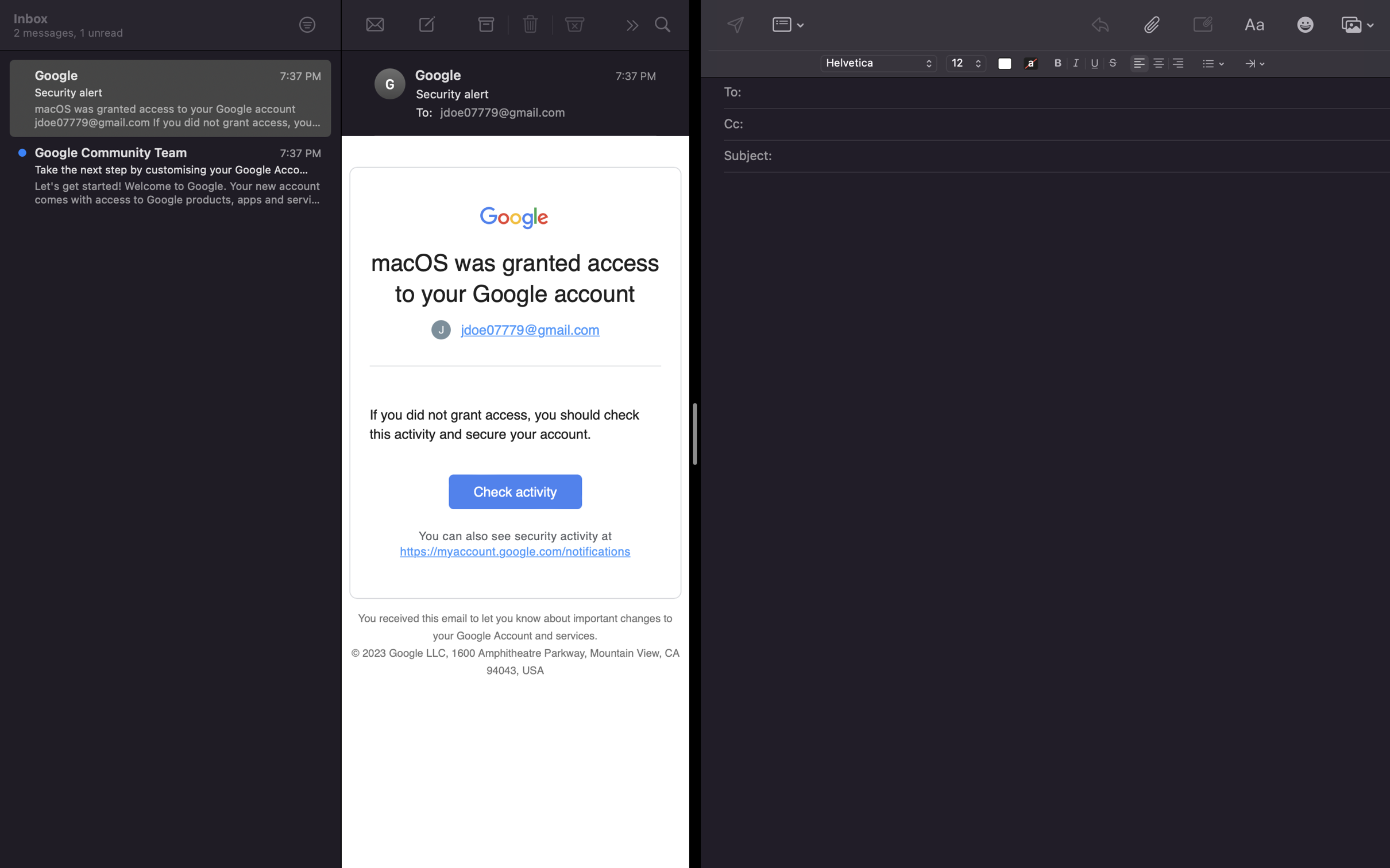  I want to click on "jane@gmail.com" in the receiver"s email field, so click(1065, 93).